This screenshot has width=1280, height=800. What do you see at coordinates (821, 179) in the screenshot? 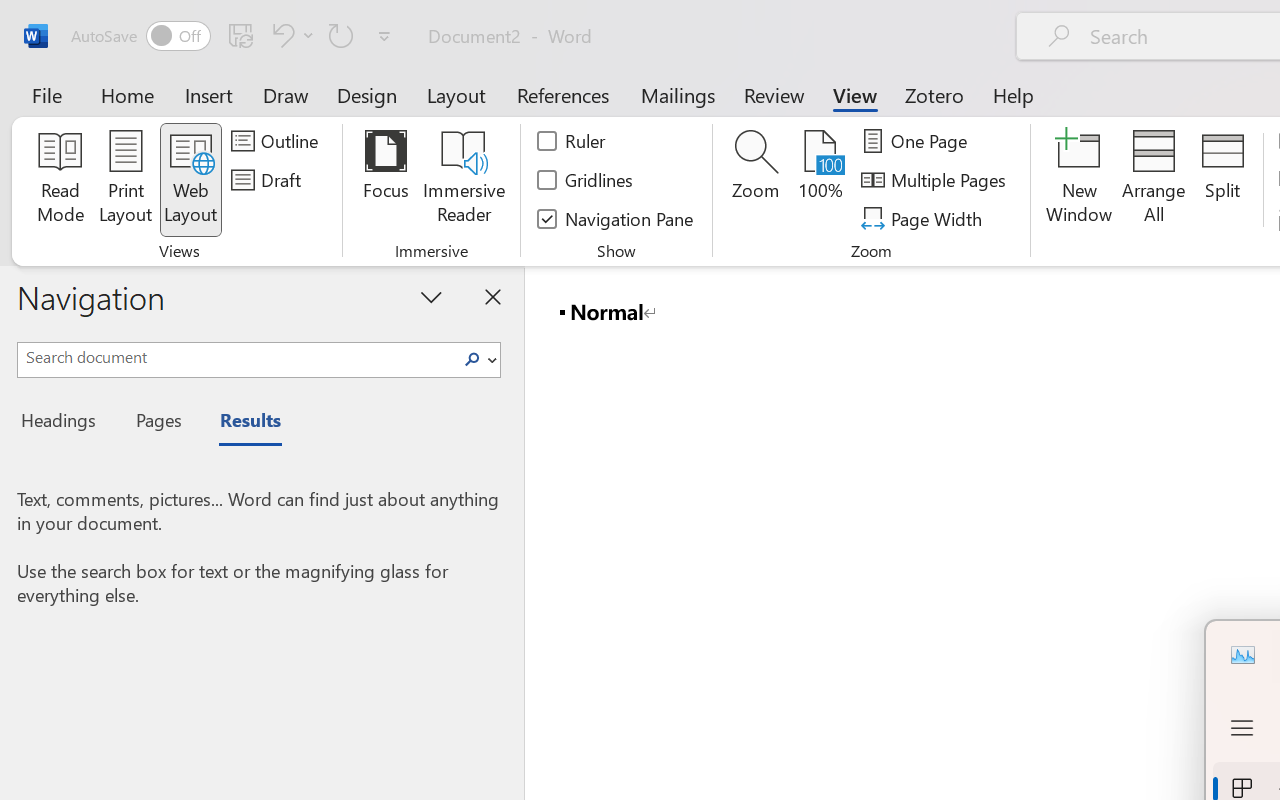
I see `'100%'` at bounding box center [821, 179].